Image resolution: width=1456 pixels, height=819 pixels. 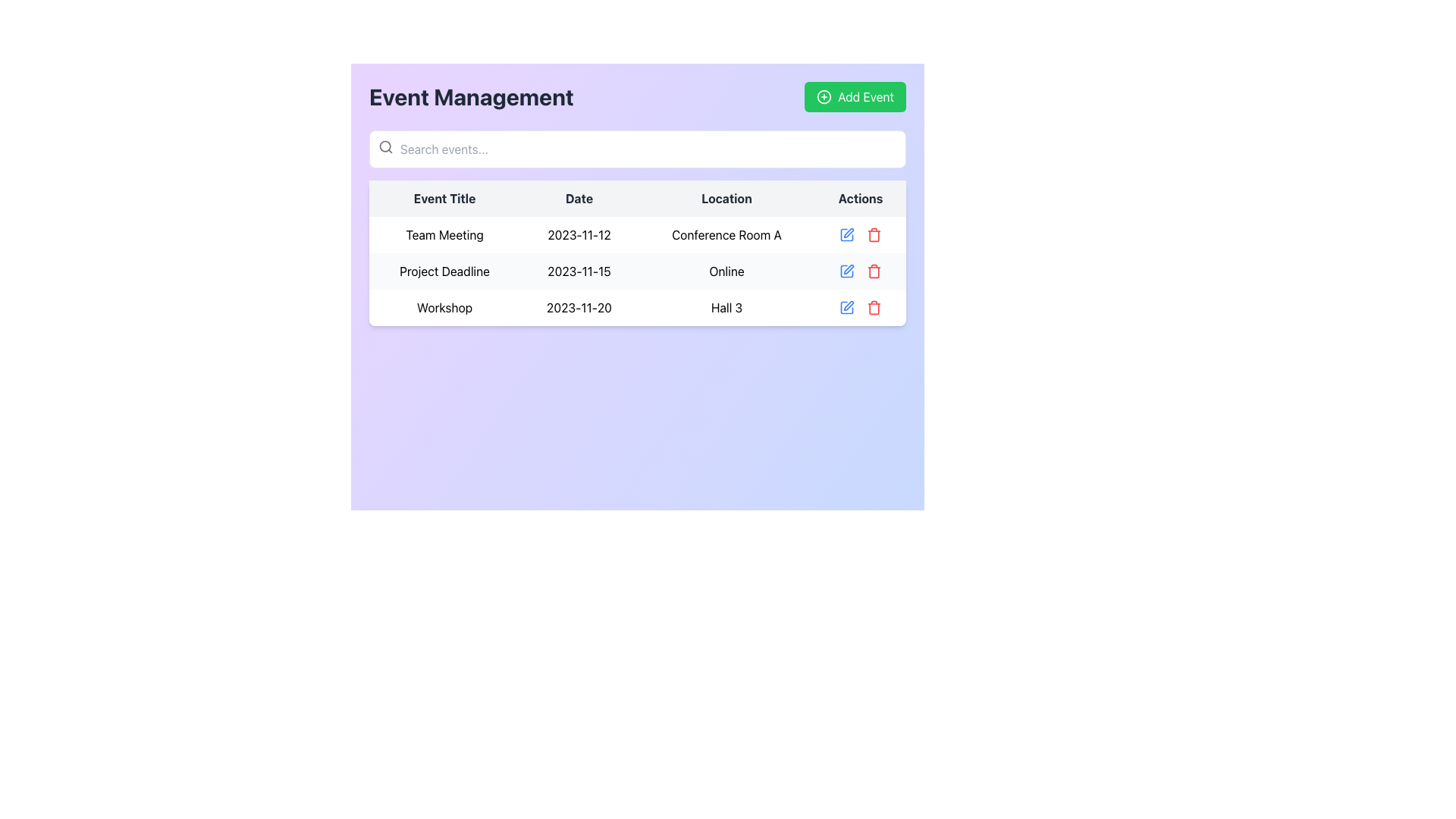 What do you see at coordinates (637, 271) in the screenshot?
I see `the second table row containing 'Project Deadline', '2023-11-15', and 'Online'` at bounding box center [637, 271].